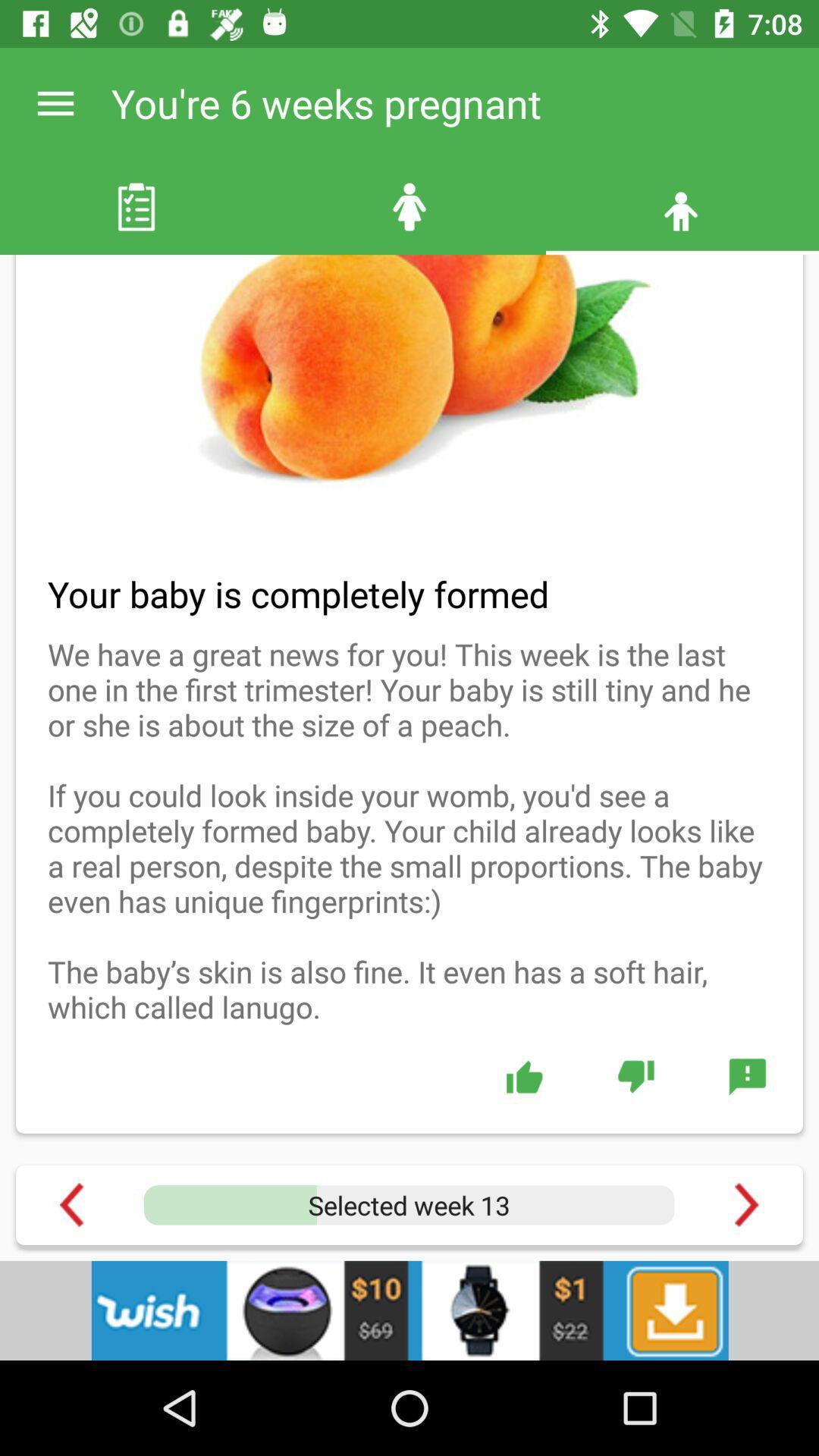  What do you see at coordinates (746, 1075) in the screenshot?
I see `comment` at bounding box center [746, 1075].